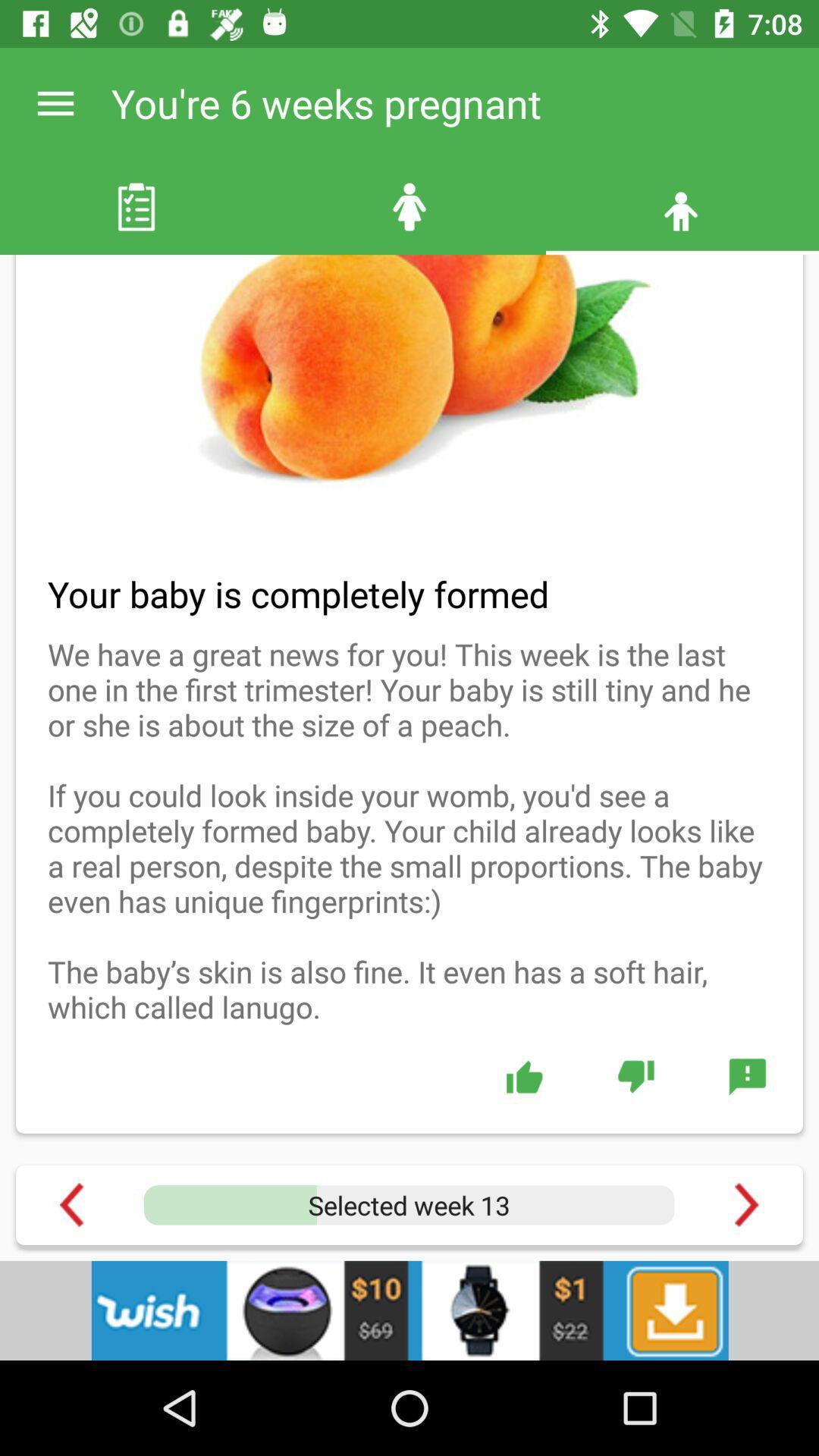  What do you see at coordinates (746, 1075) in the screenshot?
I see `comment` at bounding box center [746, 1075].